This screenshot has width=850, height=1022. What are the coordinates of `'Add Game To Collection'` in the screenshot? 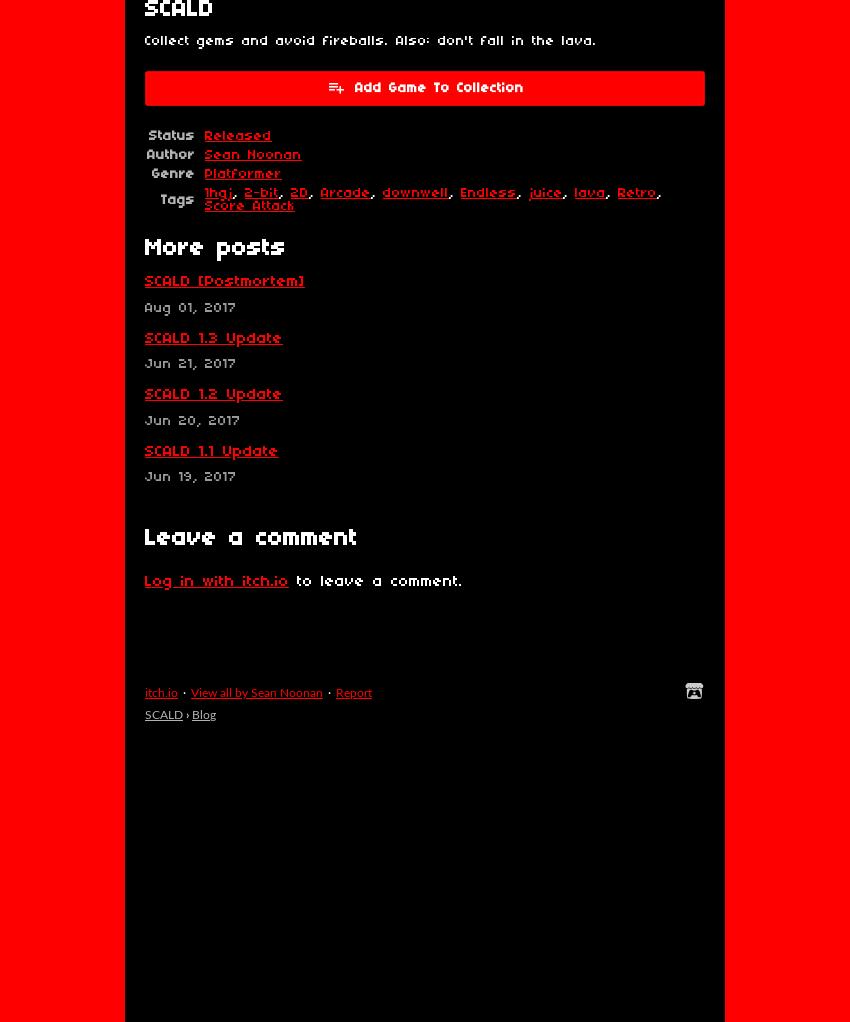 It's located at (353, 87).